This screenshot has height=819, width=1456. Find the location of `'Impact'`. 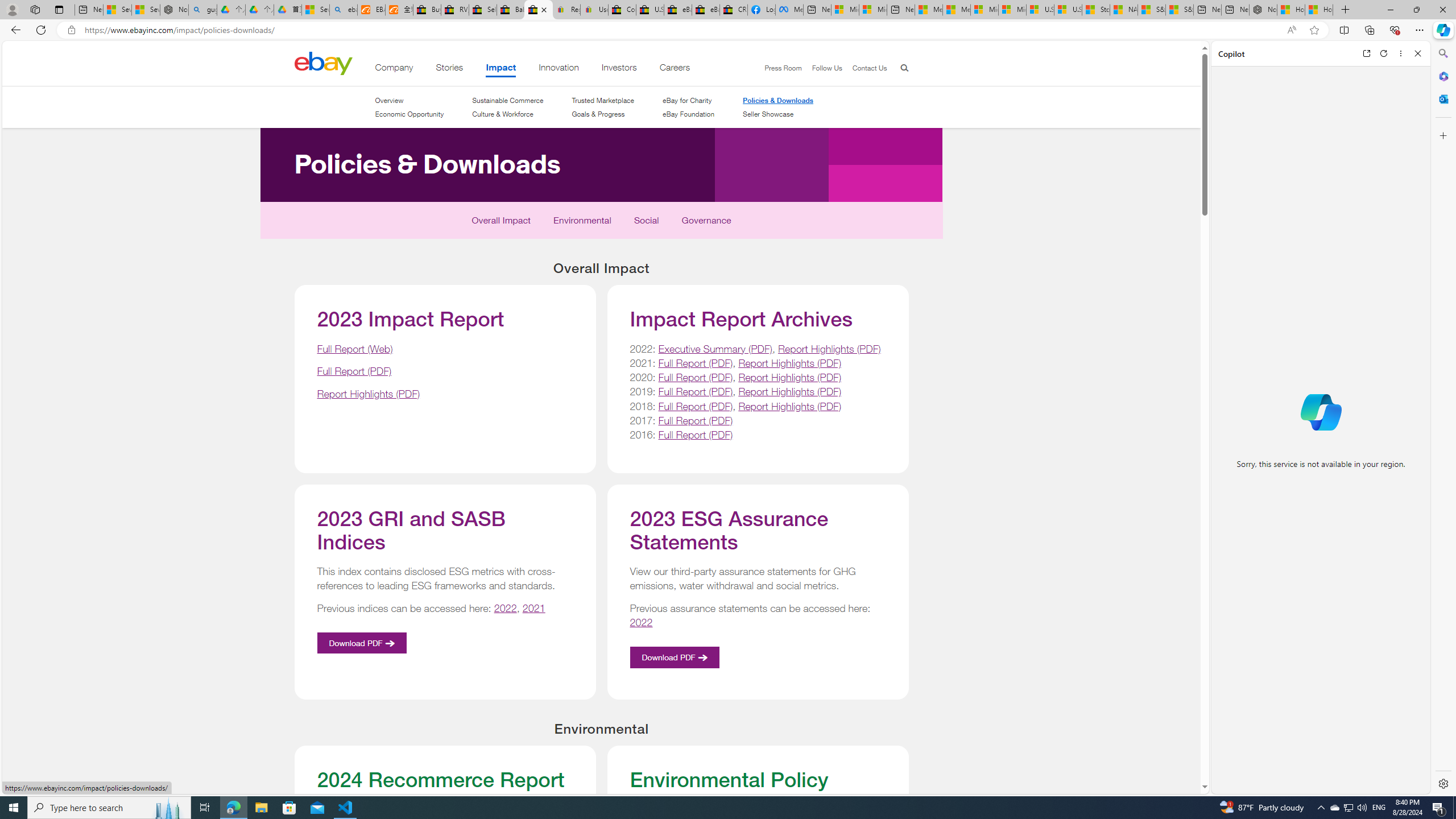

'Impact' is located at coordinates (500, 69).